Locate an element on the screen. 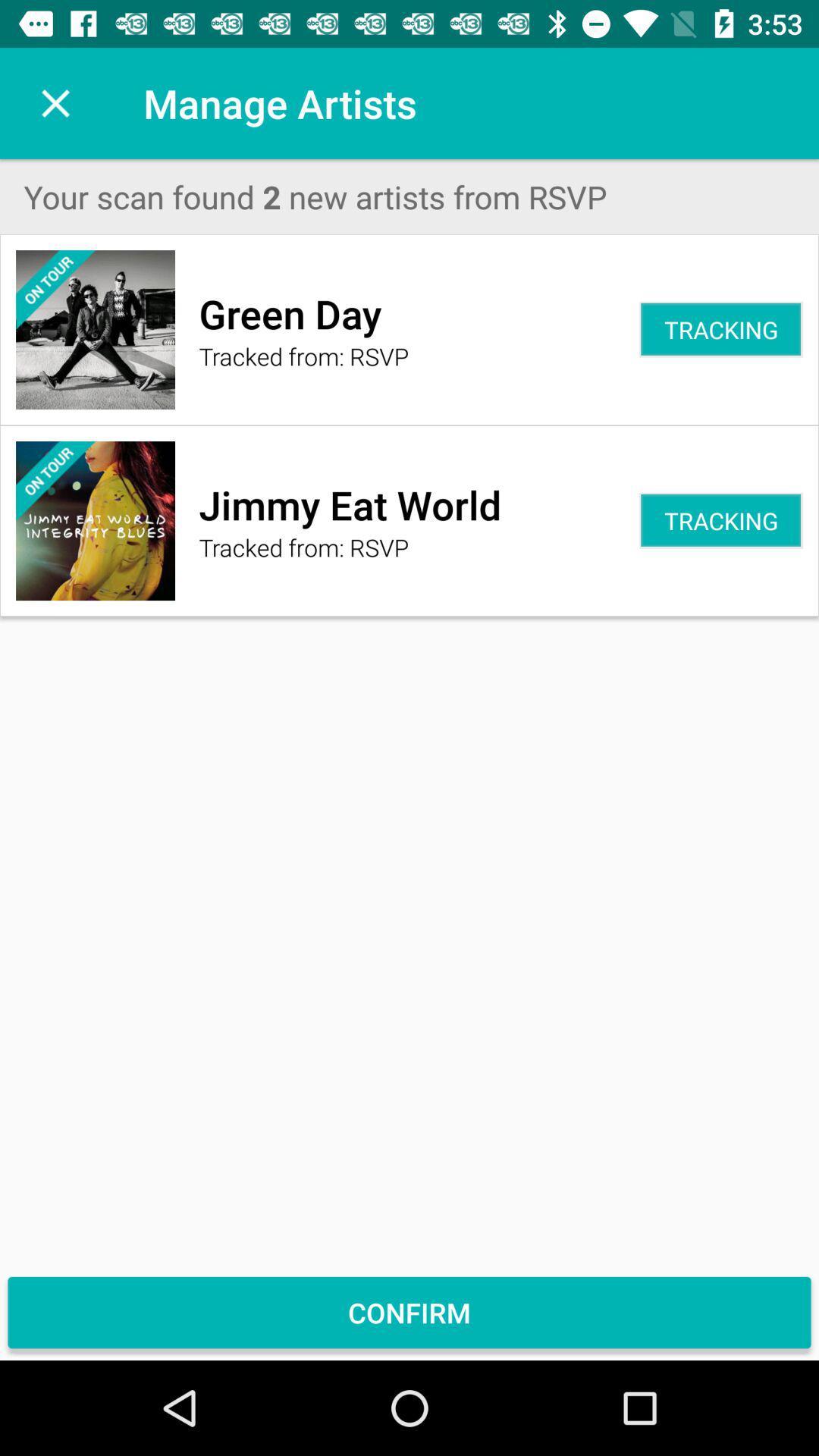 The width and height of the screenshot is (819, 1456). the item next to the manage artists is located at coordinates (55, 102).